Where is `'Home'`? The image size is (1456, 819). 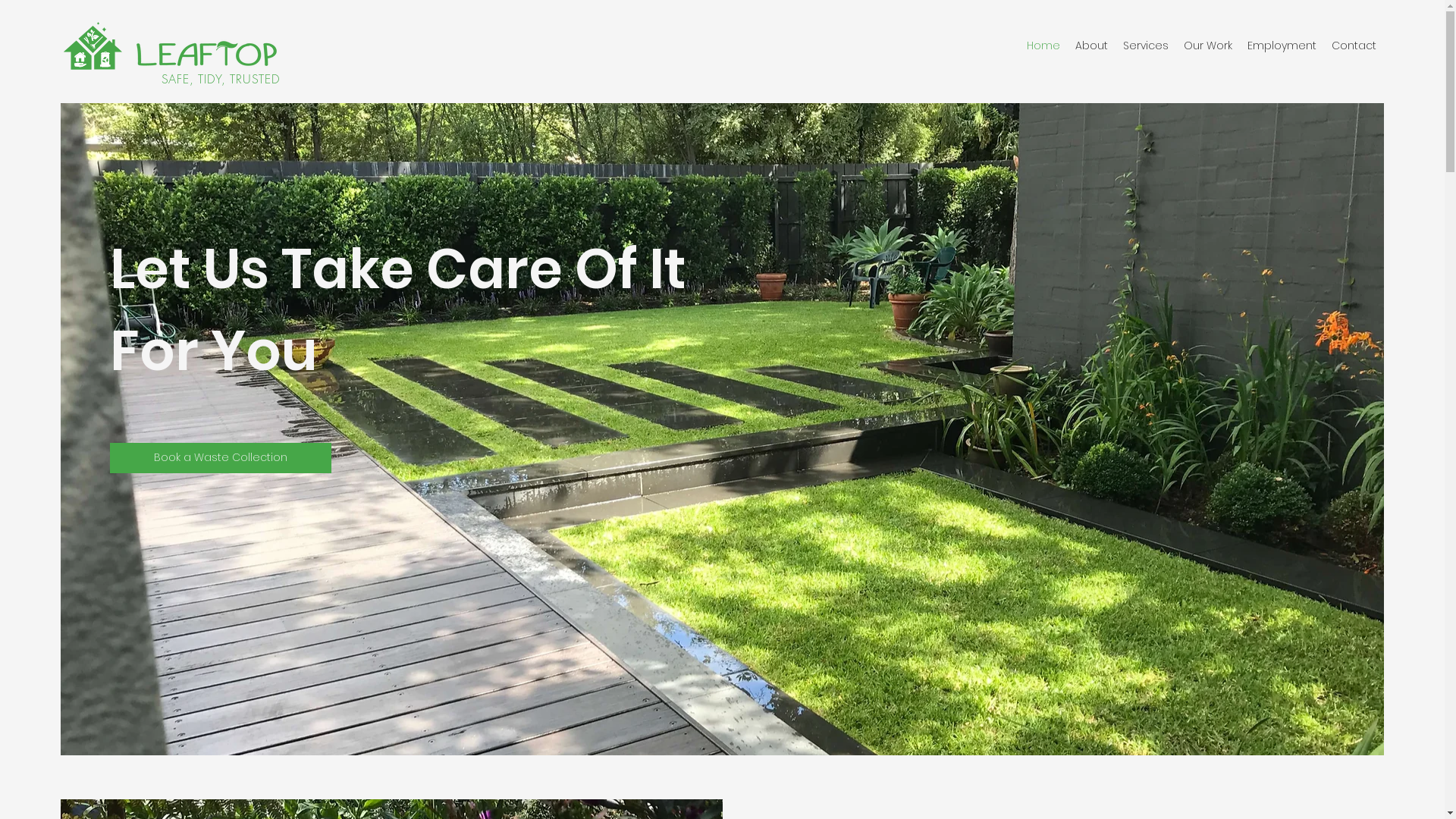
'Home' is located at coordinates (1043, 45).